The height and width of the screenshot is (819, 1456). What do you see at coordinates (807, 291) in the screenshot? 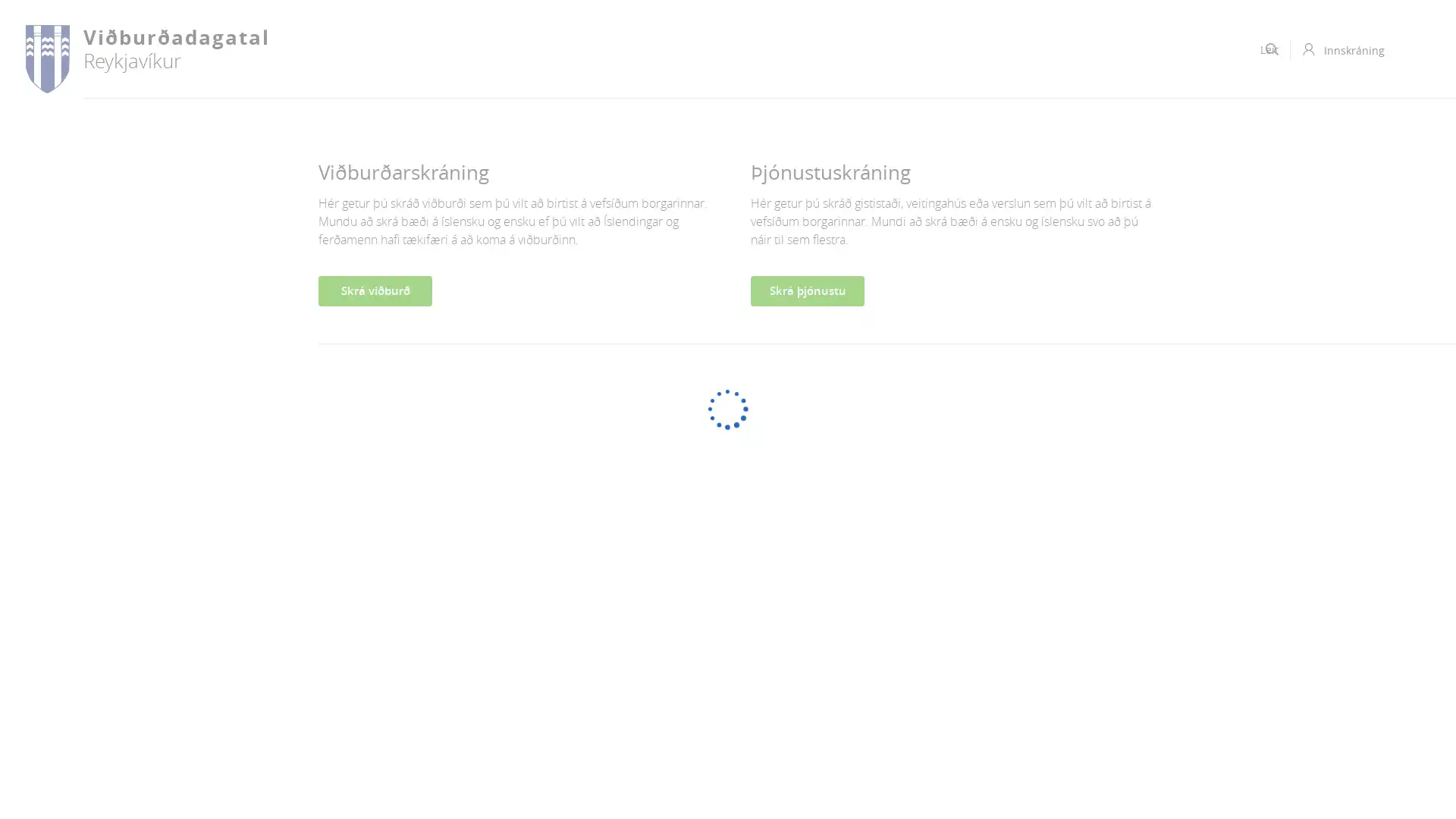
I see `Skra jonustu` at bounding box center [807, 291].